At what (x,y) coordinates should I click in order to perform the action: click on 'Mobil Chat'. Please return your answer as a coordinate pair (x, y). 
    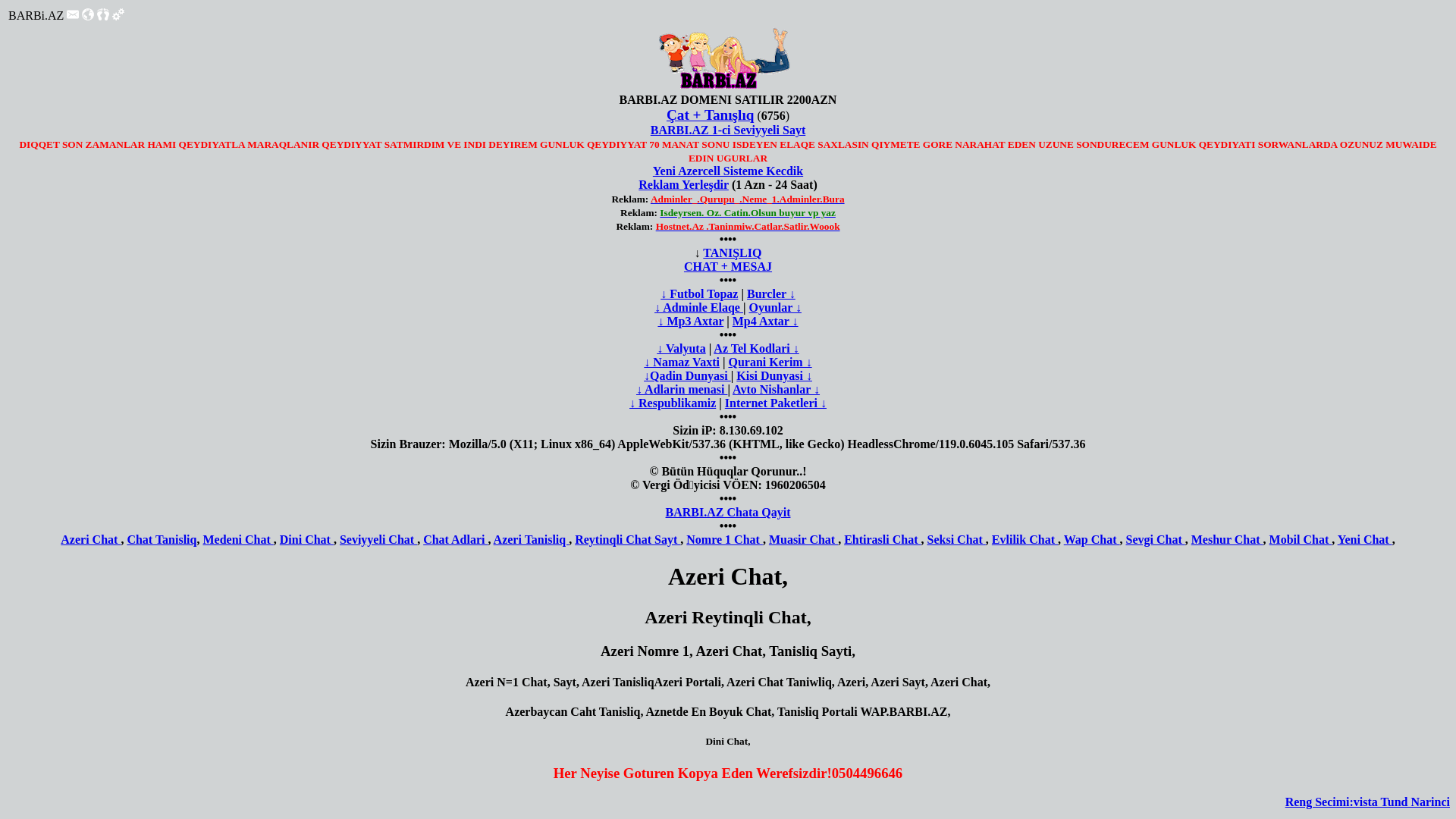
    Looking at the image, I should click on (1300, 538).